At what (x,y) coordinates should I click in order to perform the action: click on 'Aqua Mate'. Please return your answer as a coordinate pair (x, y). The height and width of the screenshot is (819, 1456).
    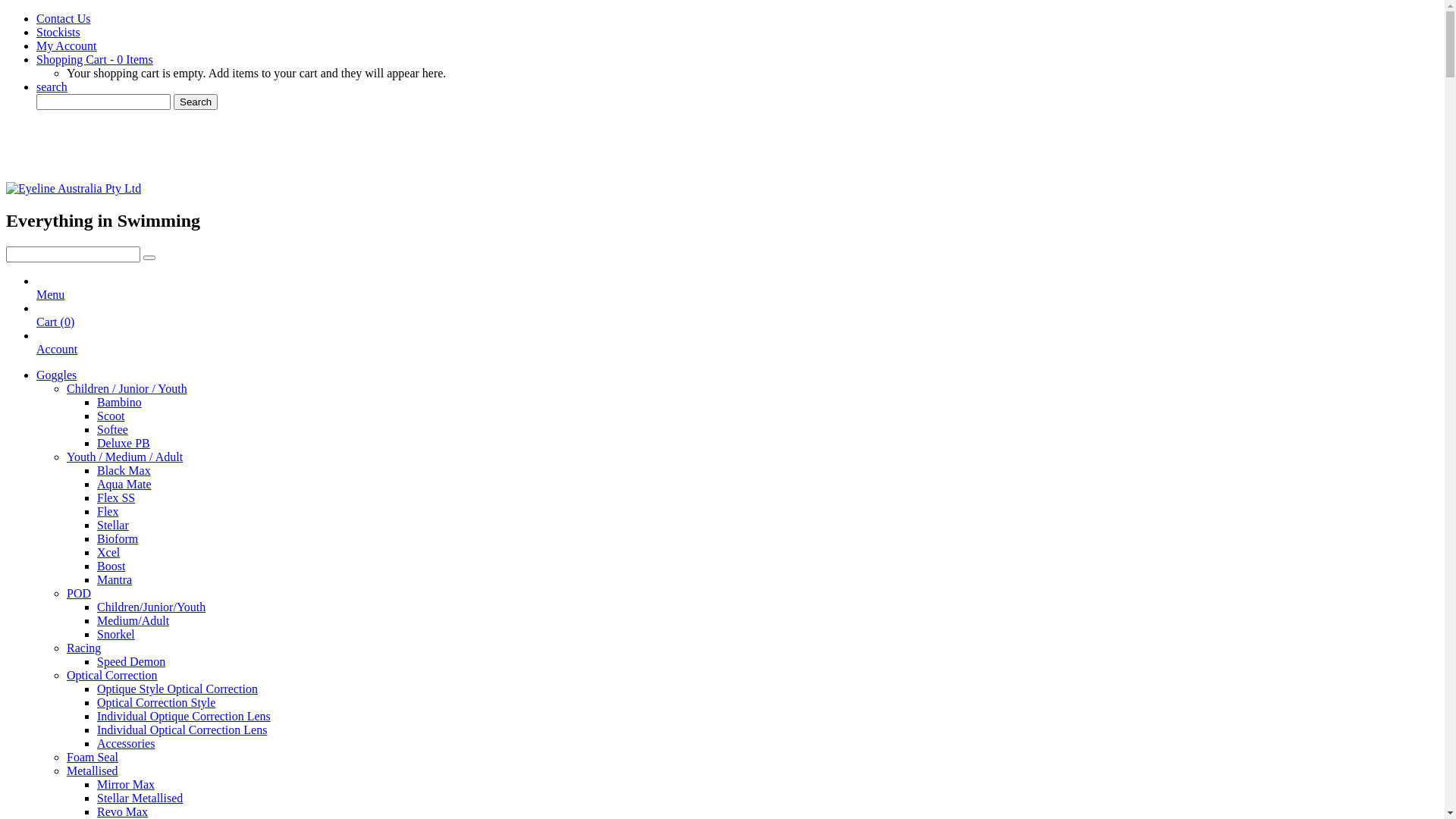
    Looking at the image, I should click on (124, 484).